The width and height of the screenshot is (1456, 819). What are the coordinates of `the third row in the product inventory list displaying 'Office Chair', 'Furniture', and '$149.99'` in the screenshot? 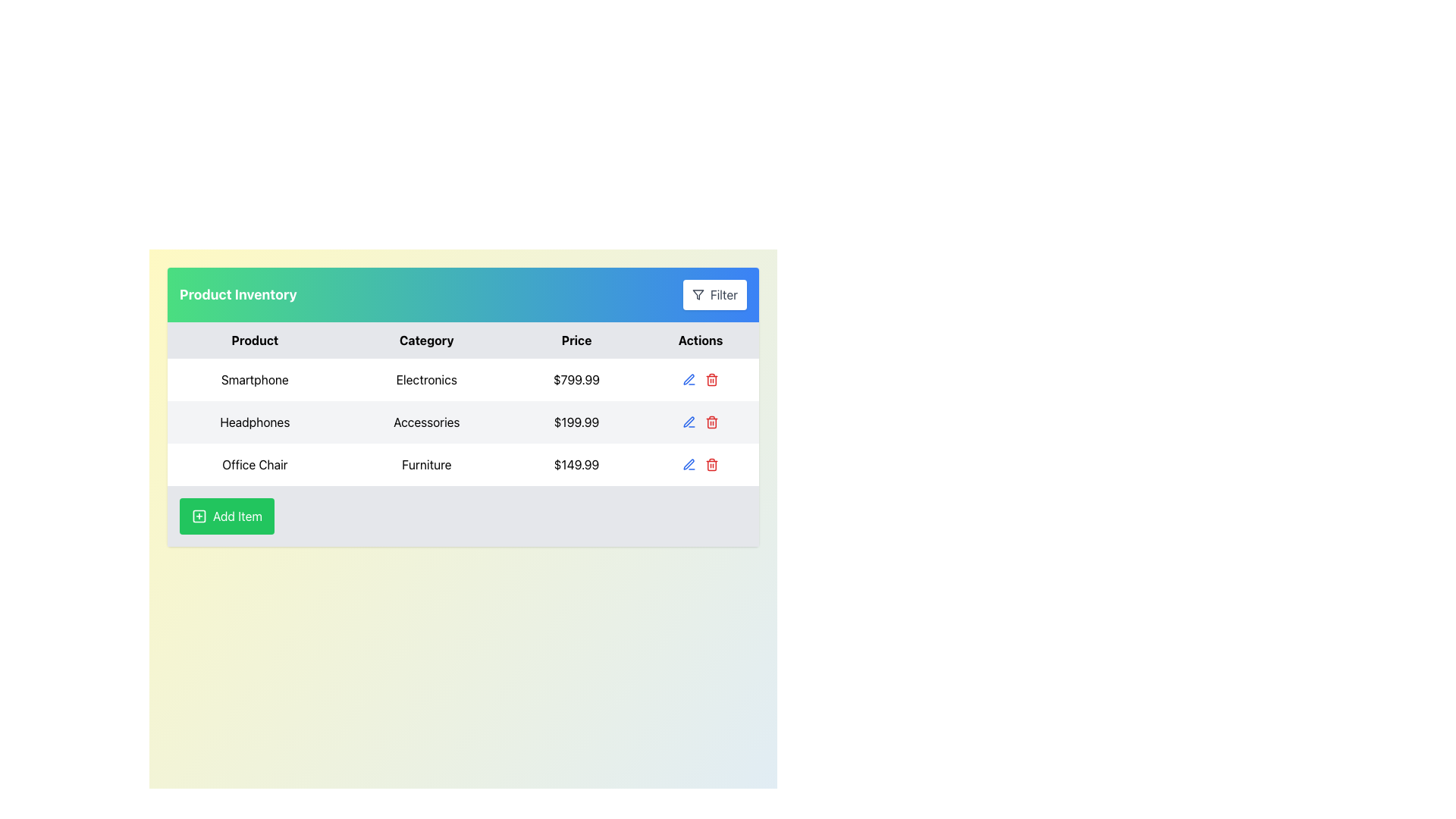 It's located at (462, 464).